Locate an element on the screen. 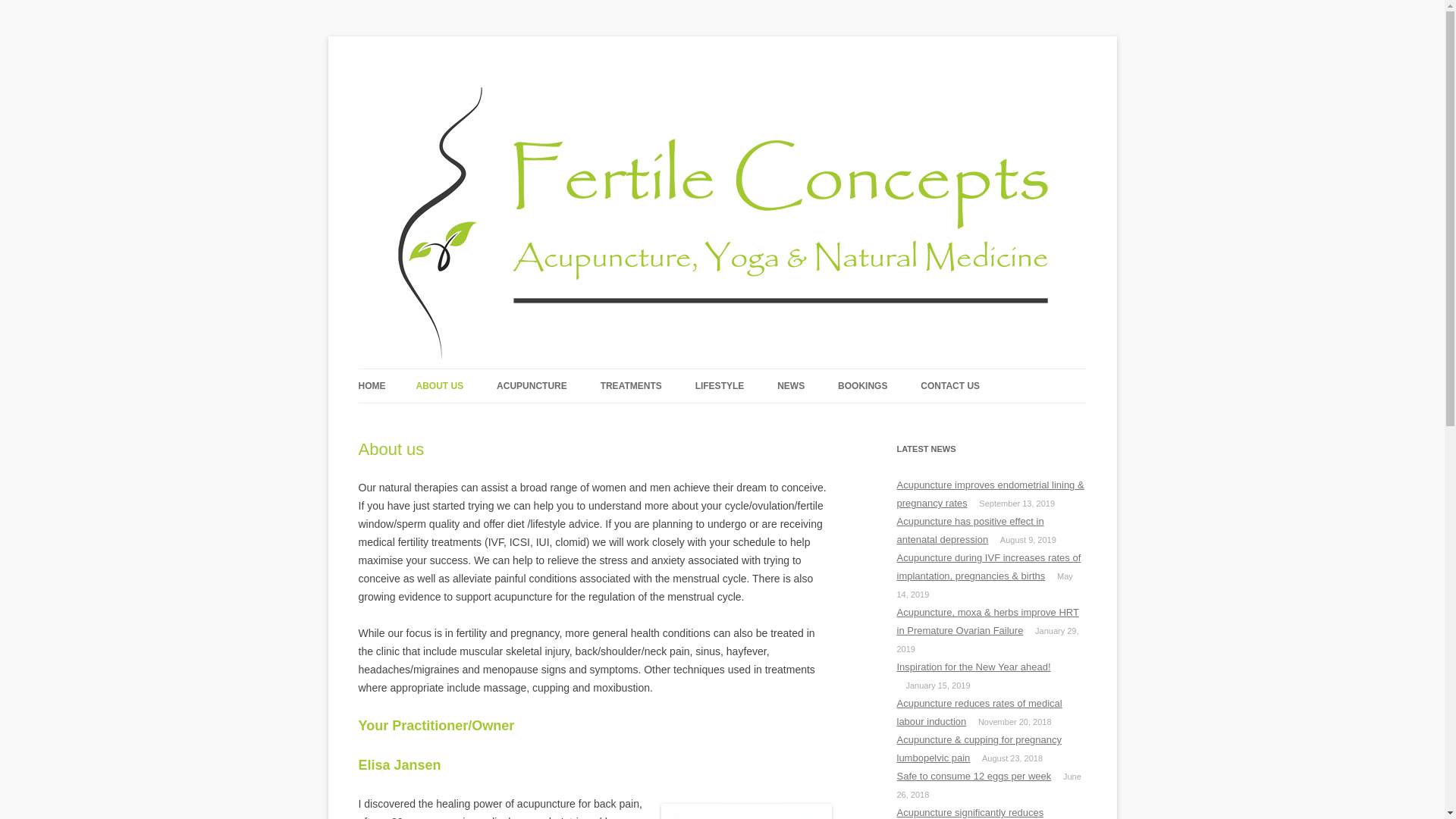 Image resolution: width=1456 pixels, height=819 pixels. 'TRADITIONAL PERSPECTIVE' is located at coordinates (496, 418).